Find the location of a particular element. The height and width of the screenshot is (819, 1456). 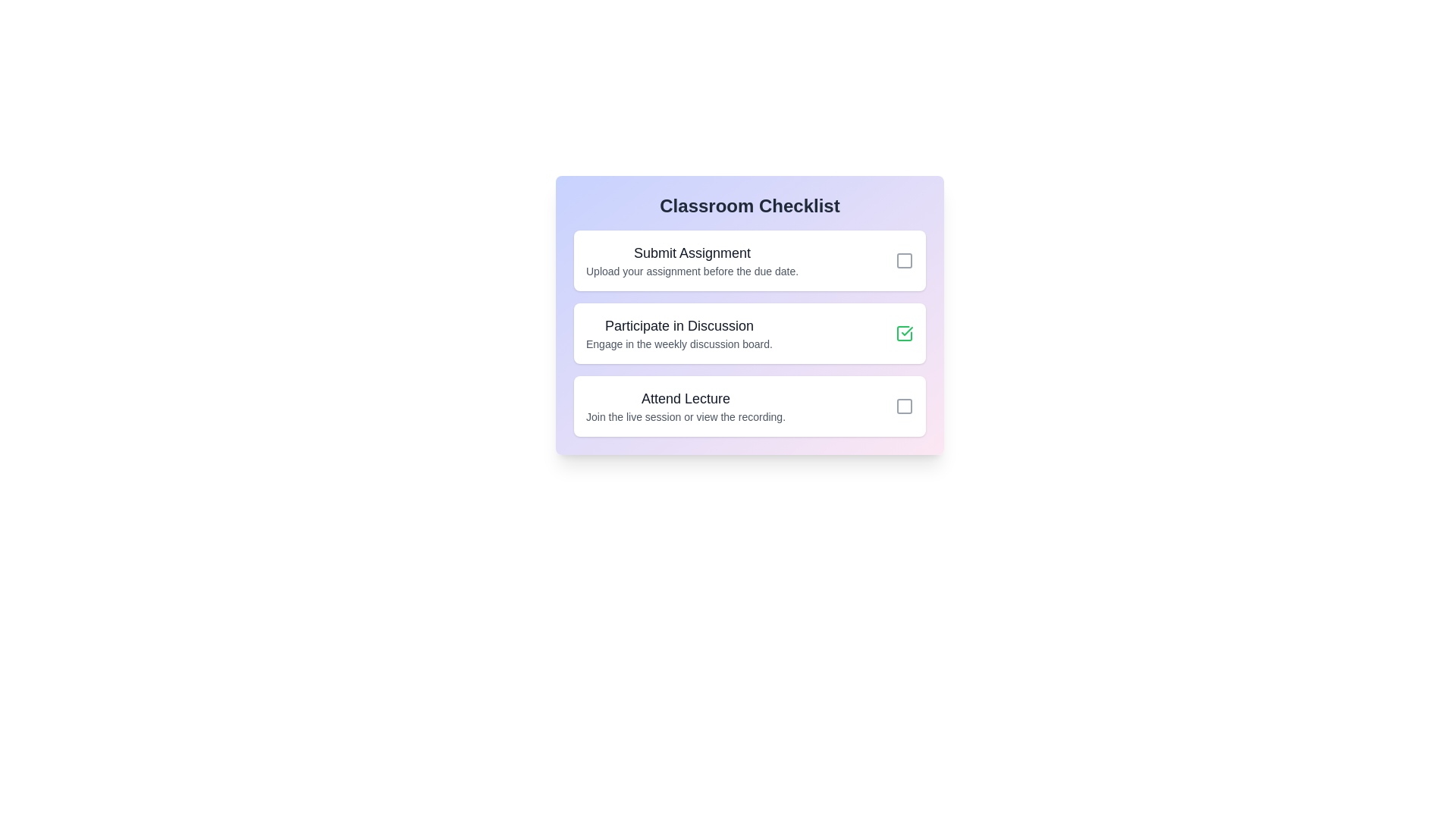

the Informational Text Block that displays 'Submit Assignment' with a description to 'Upload your assignment before the due date.' is located at coordinates (692, 259).